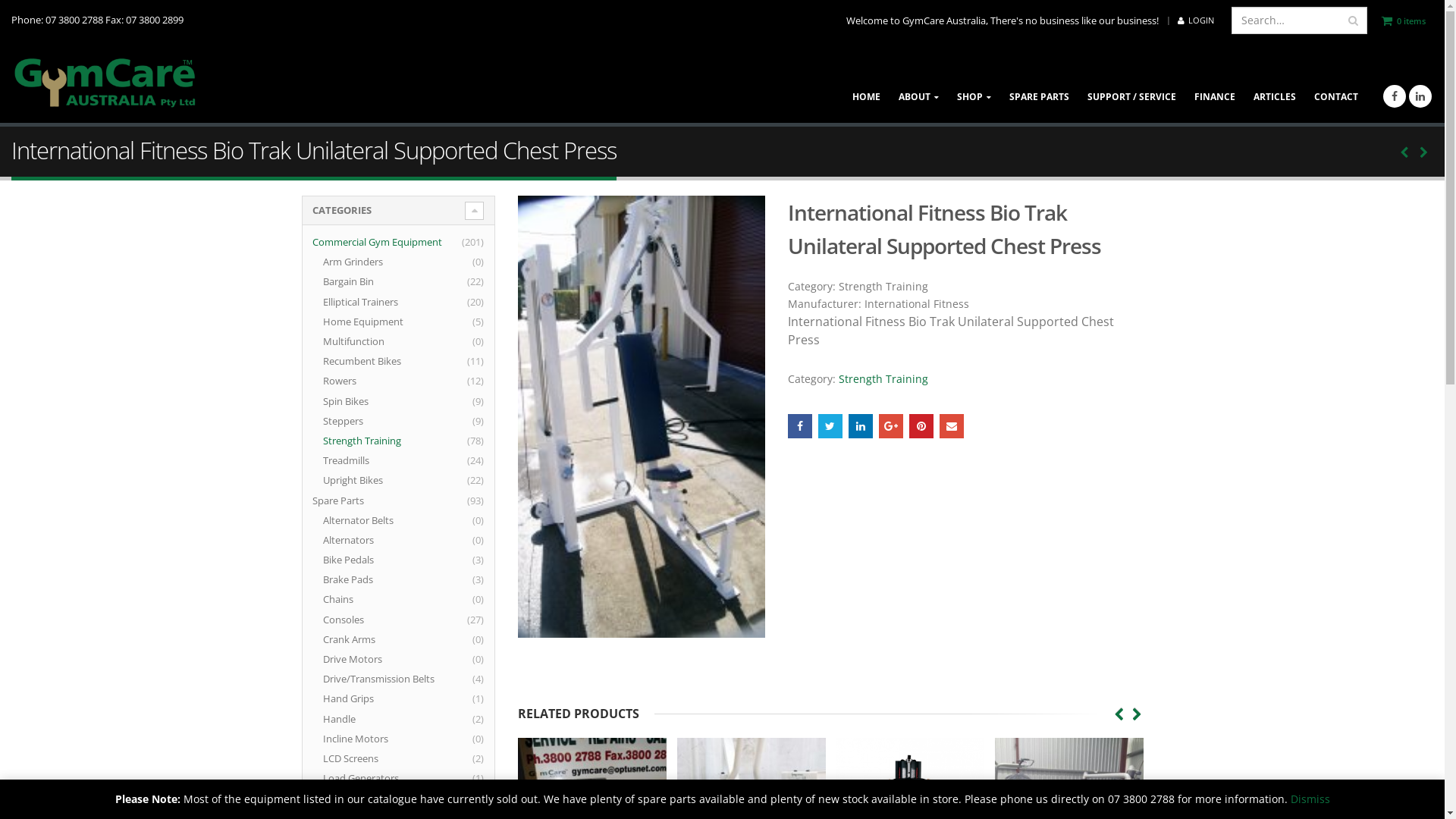 The height and width of the screenshot is (819, 1456). I want to click on 'Treadmills', so click(355, 459).